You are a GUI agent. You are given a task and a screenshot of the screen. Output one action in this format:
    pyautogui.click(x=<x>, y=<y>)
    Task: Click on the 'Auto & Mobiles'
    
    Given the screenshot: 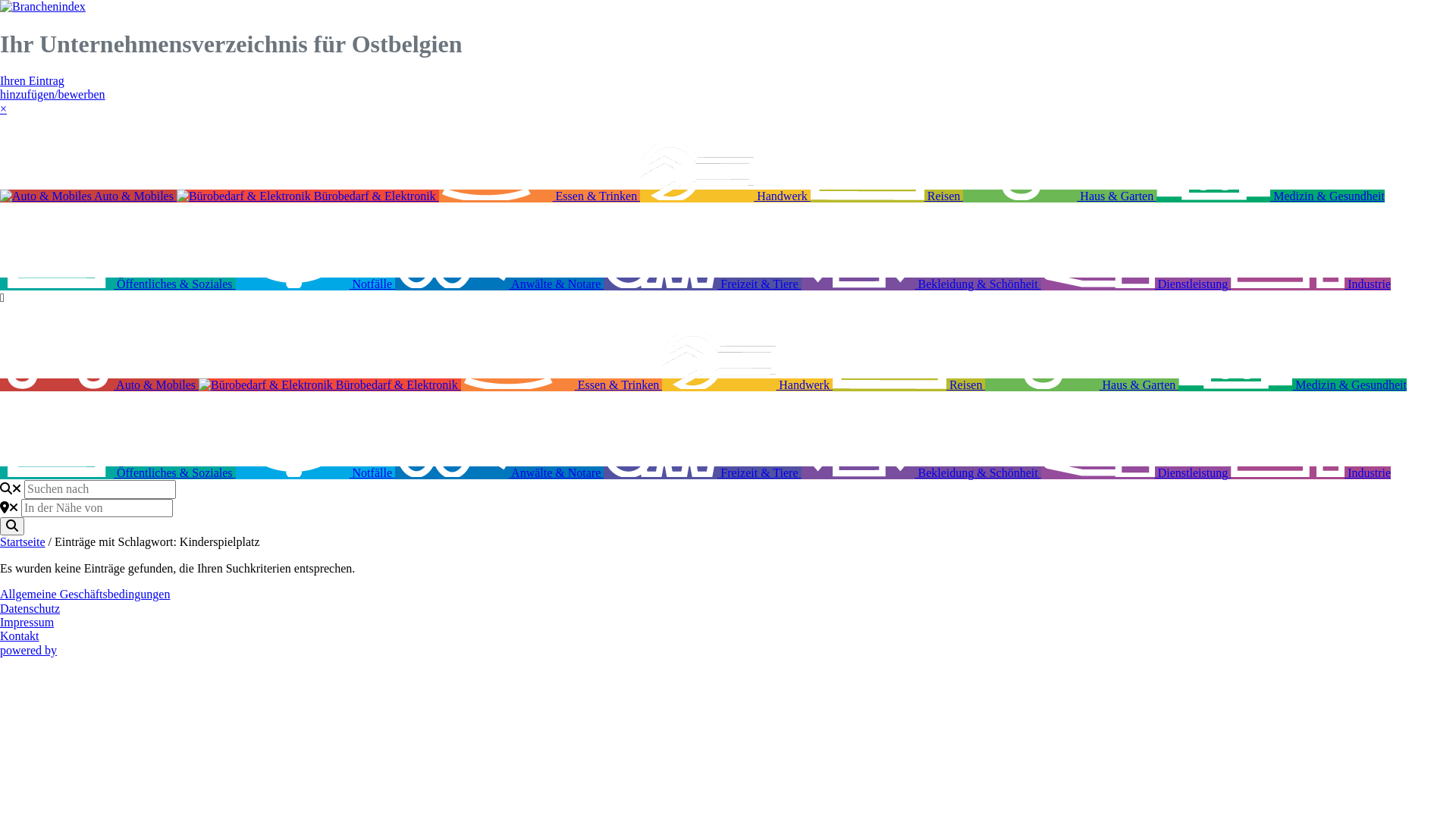 What is the action you would take?
    pyautogui.click(x=87, y=195)
    